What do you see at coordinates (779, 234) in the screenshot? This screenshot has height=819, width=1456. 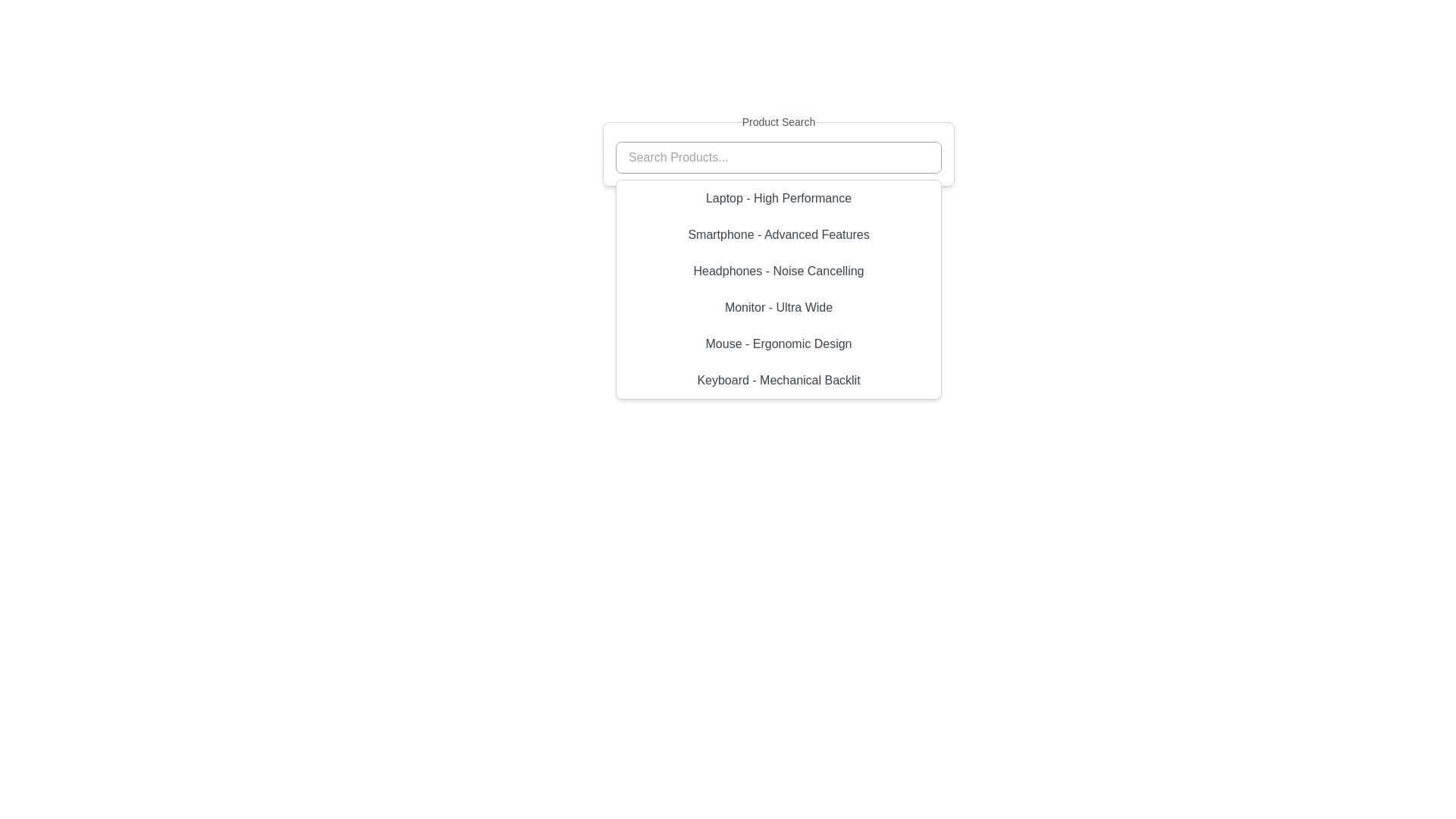 I see `the 'Smartphone - Advanced Features' text label in the dropdown menu, which is the second item in the list of options` at bounding box center [779, 234].